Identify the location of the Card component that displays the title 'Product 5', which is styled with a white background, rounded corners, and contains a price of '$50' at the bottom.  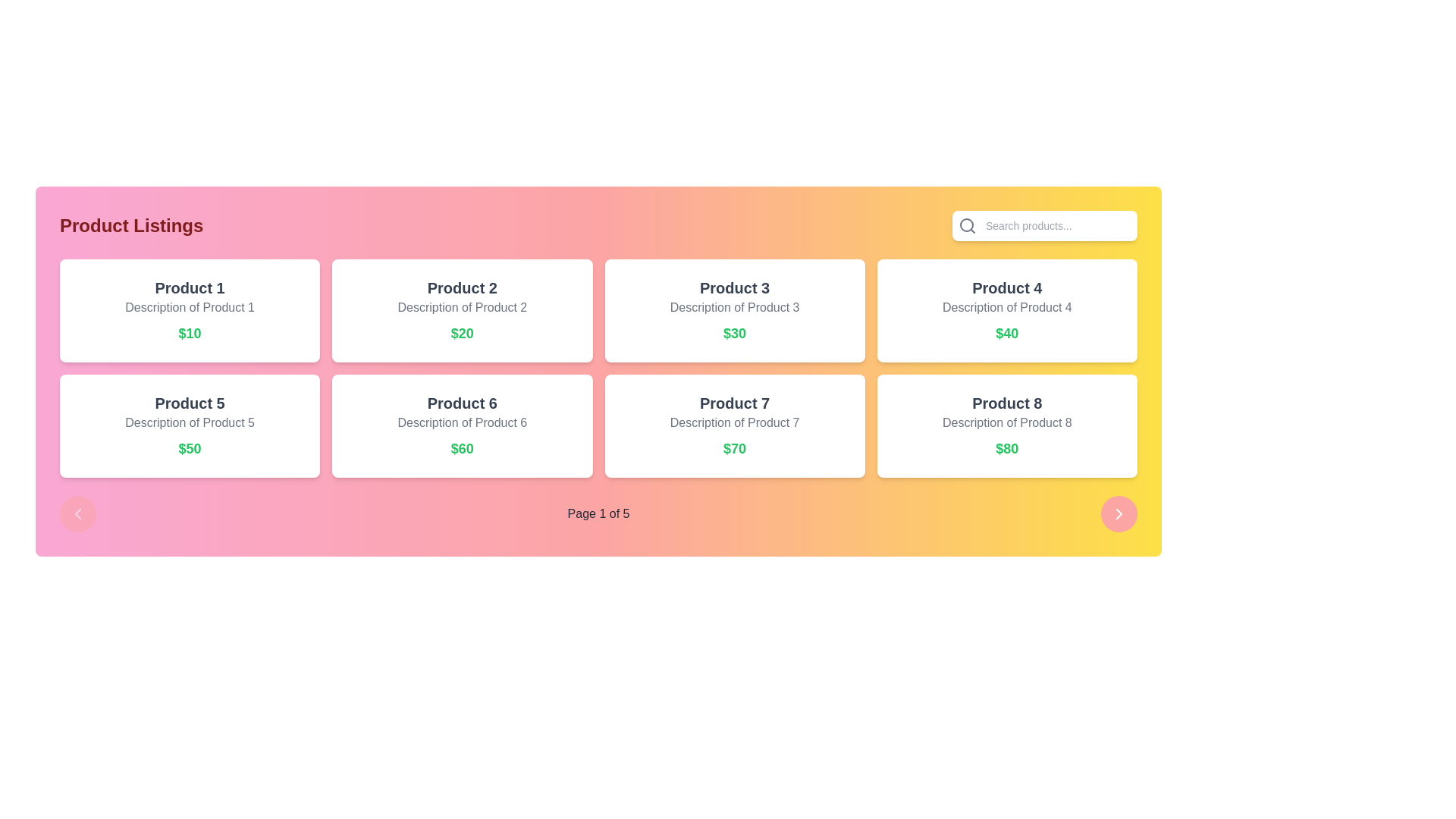
(189, 426).